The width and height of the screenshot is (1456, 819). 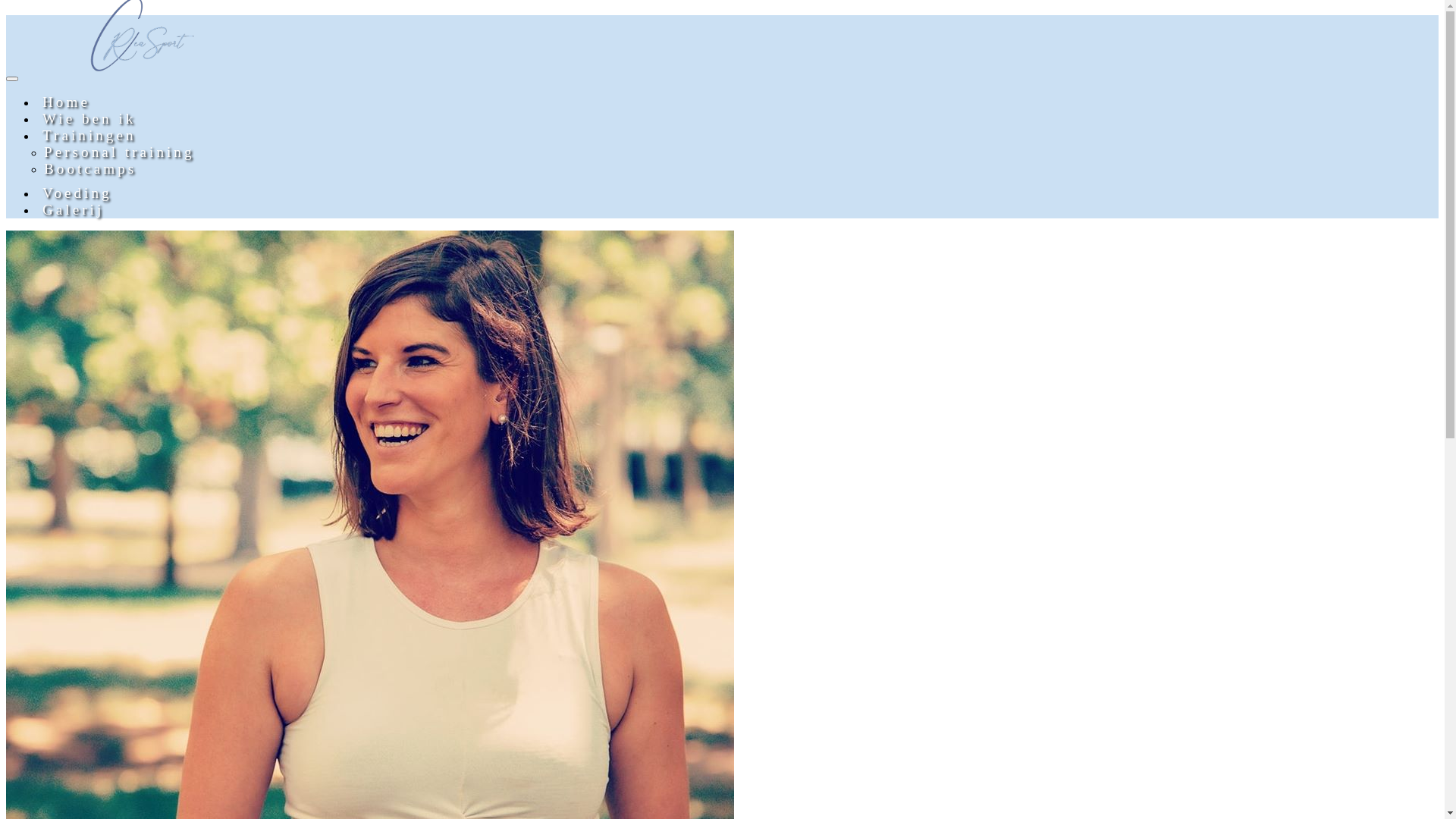 I want to click on 'Bootcamps', so click(x=89, y=168).